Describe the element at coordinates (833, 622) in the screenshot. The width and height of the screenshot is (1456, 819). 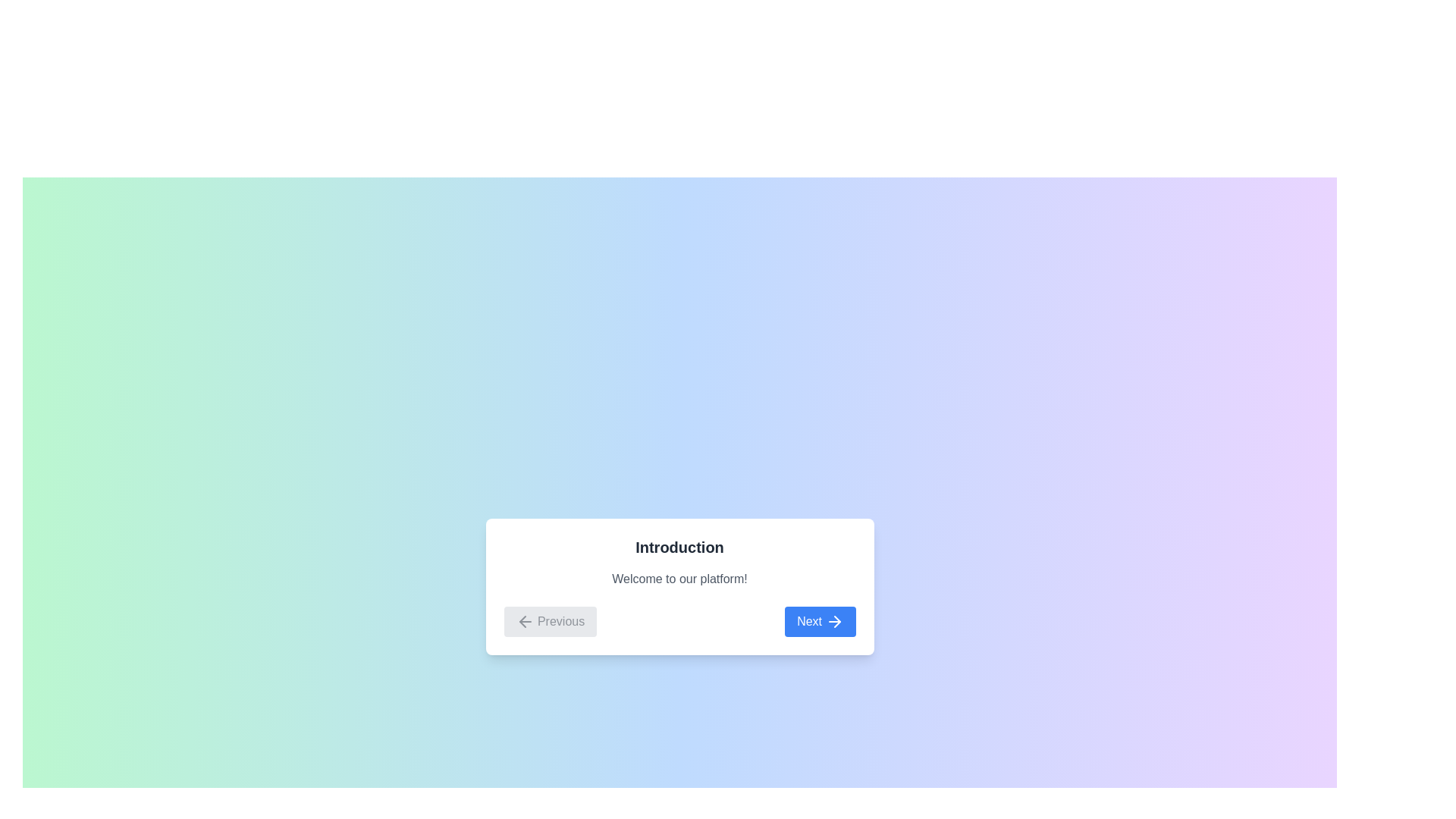
I see `the arrow icon located inside the 'Next' button at the bottom-right part of the white card` at that location.